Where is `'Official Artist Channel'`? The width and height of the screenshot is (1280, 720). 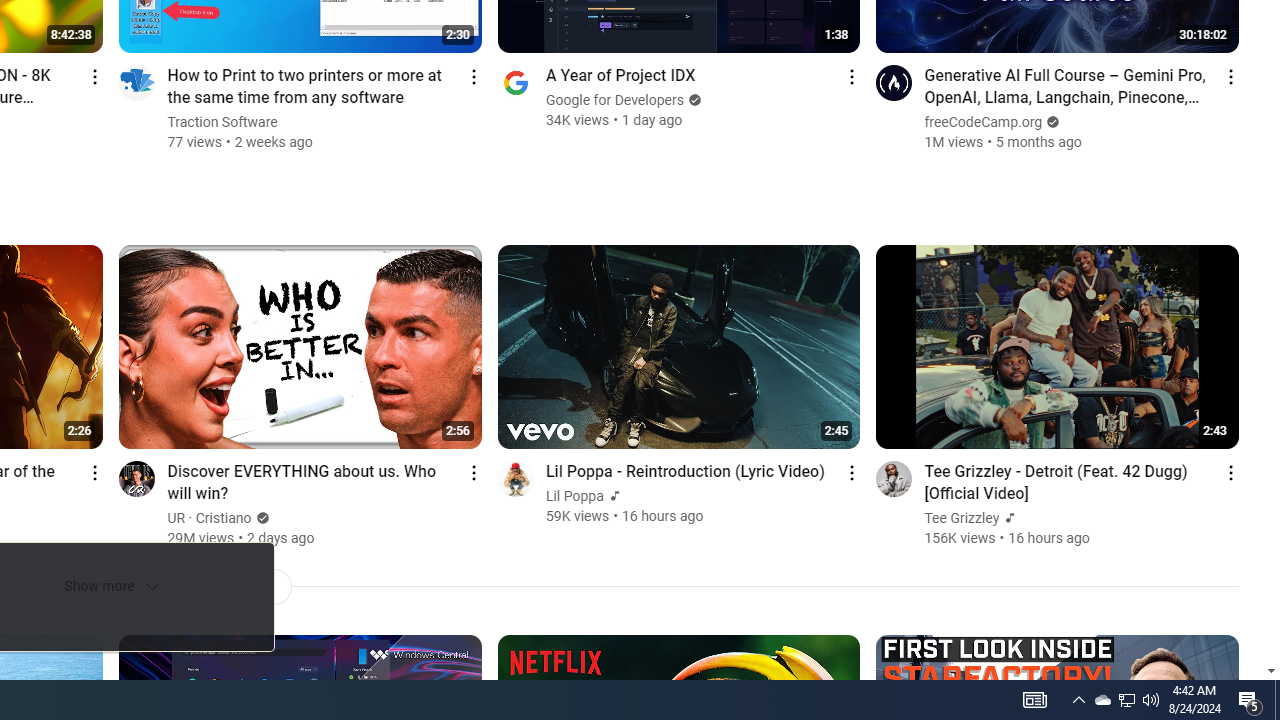 'Official Artist Channel' is located at coordinates (1008, 517).